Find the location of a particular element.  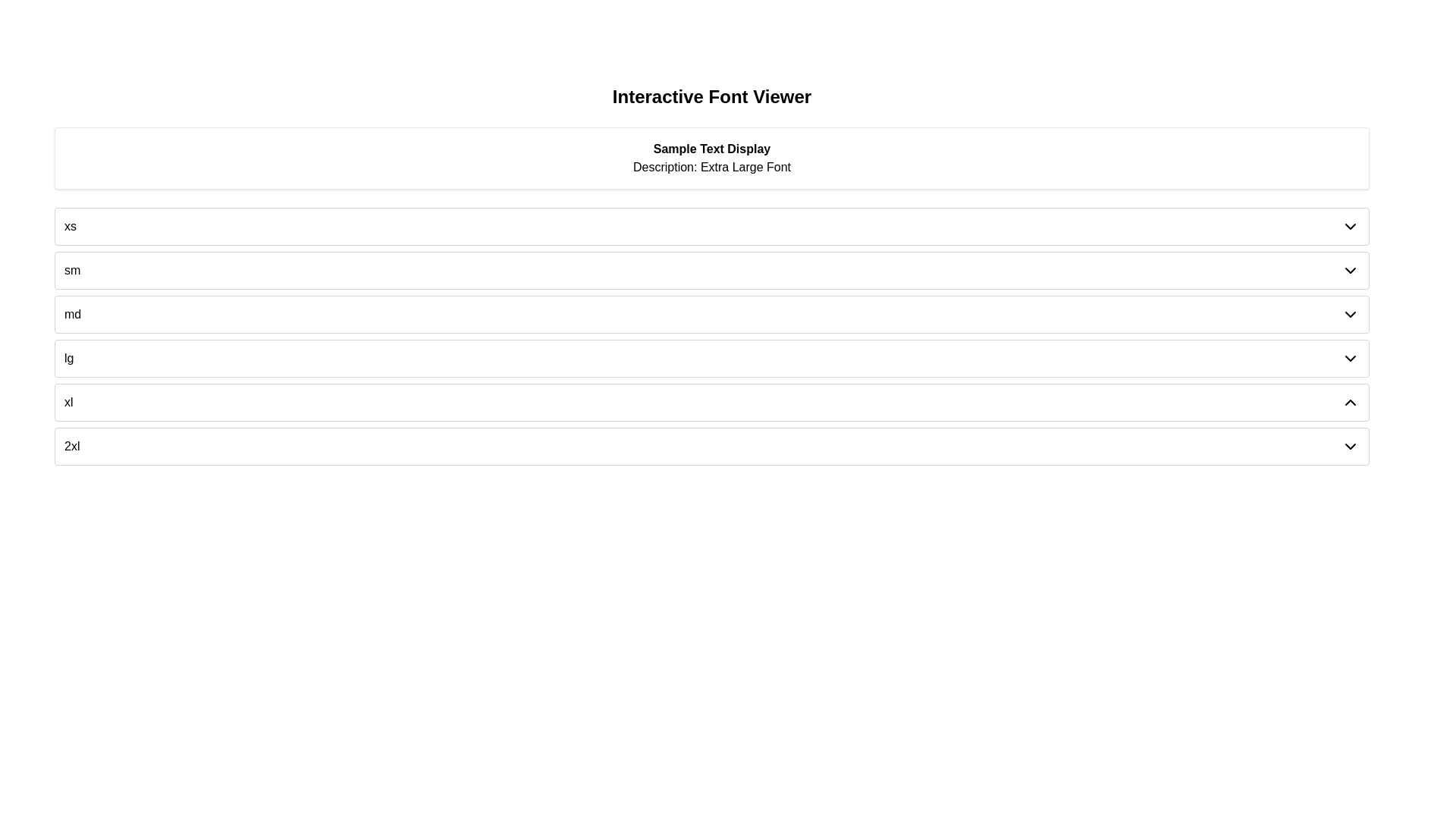

the downward-pointing chevron icon is located at coordinates (1350, 446).